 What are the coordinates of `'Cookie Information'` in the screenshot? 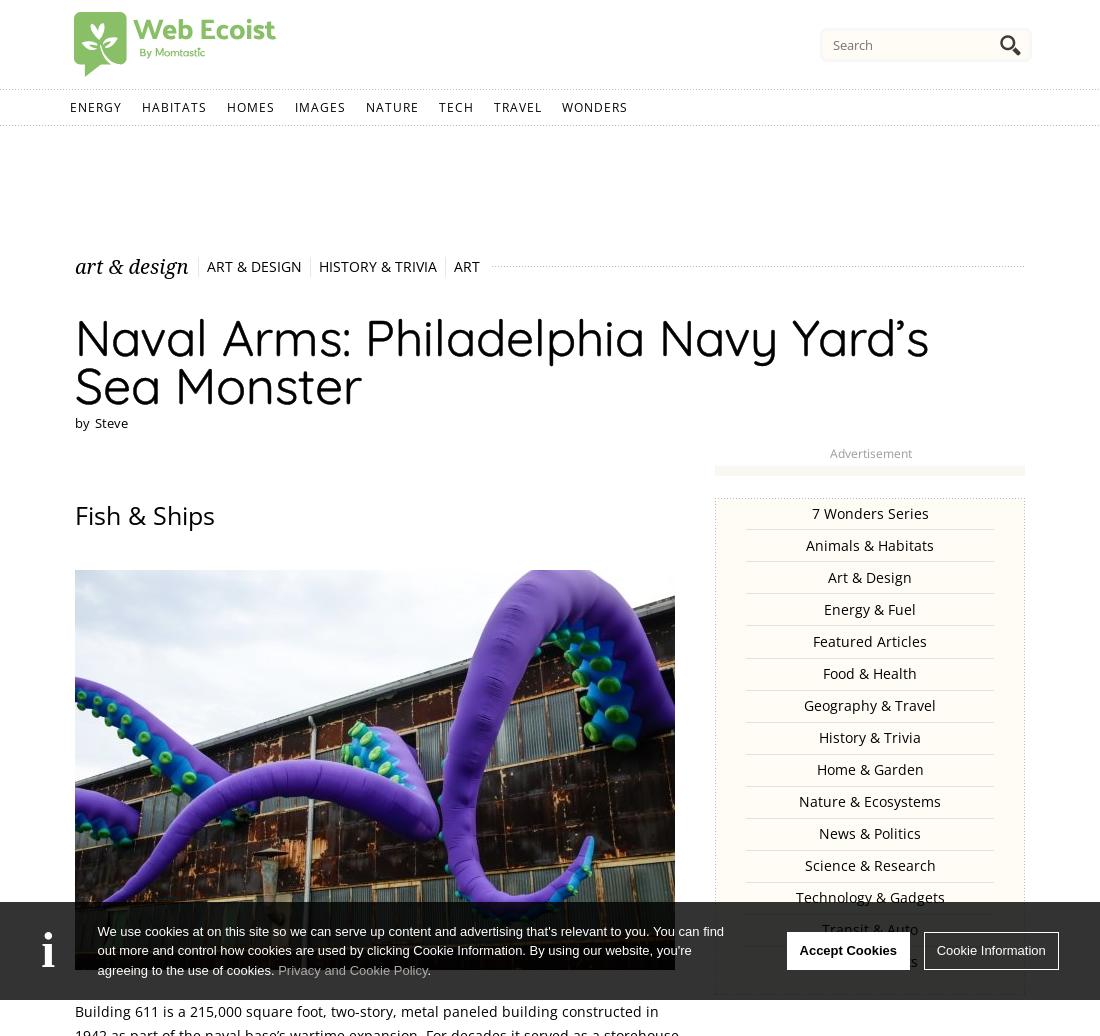 It's located at (935, 950).